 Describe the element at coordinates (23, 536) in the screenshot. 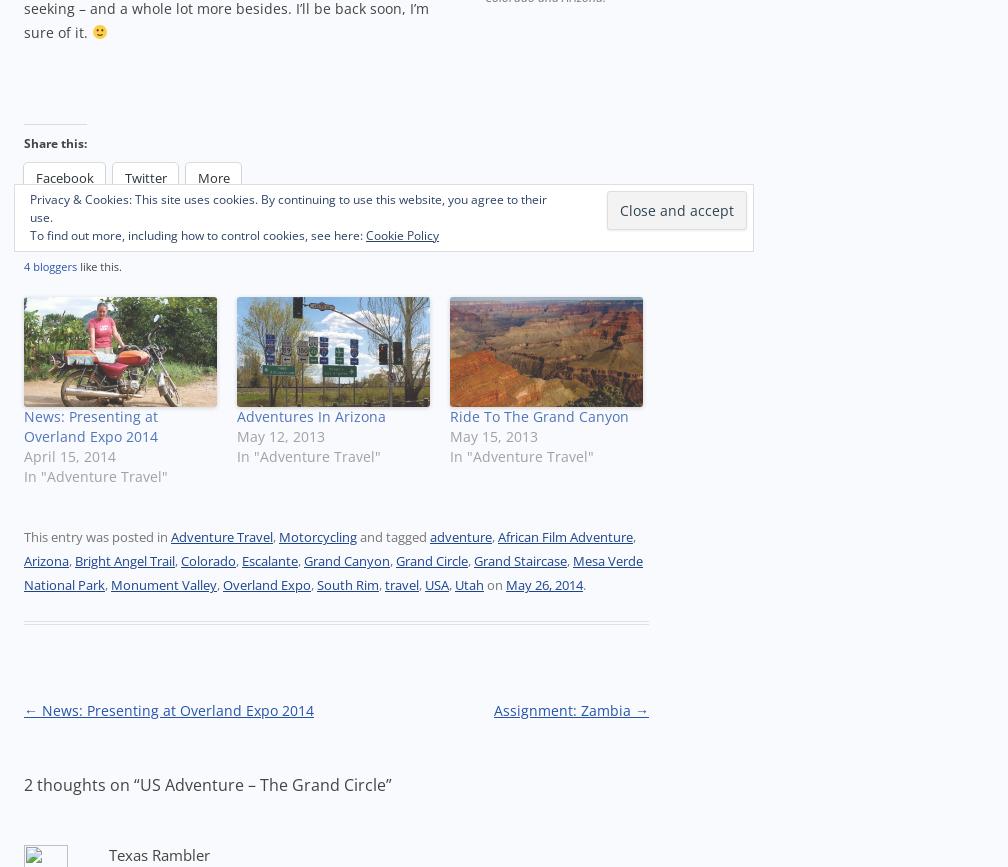

I see `'This entry was posted in'` at that location.